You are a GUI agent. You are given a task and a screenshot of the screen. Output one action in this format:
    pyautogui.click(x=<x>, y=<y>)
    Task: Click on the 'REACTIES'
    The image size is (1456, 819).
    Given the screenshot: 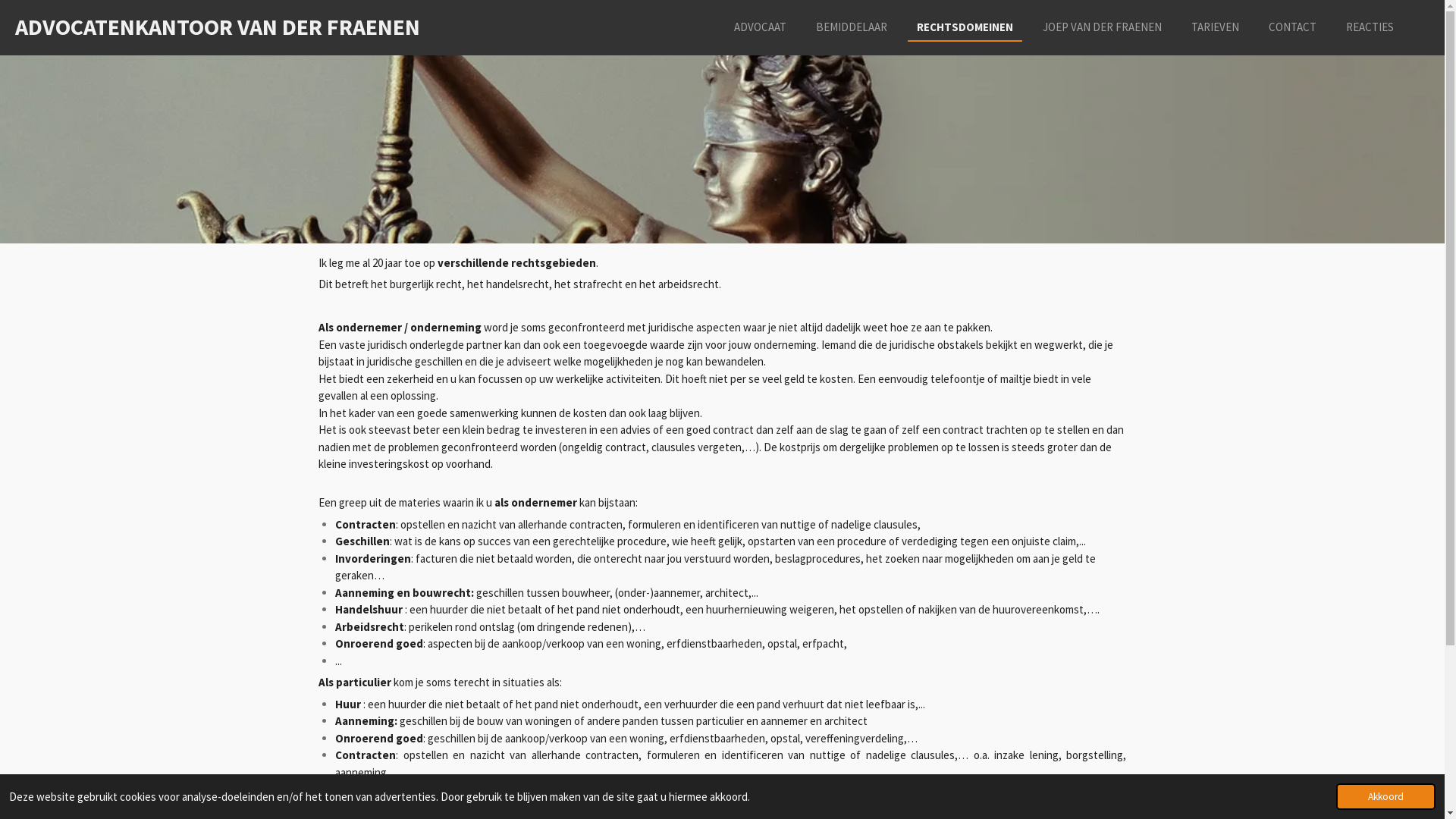 What is the action you would take?
    pyautogui.click(x=1336, y=27)
    